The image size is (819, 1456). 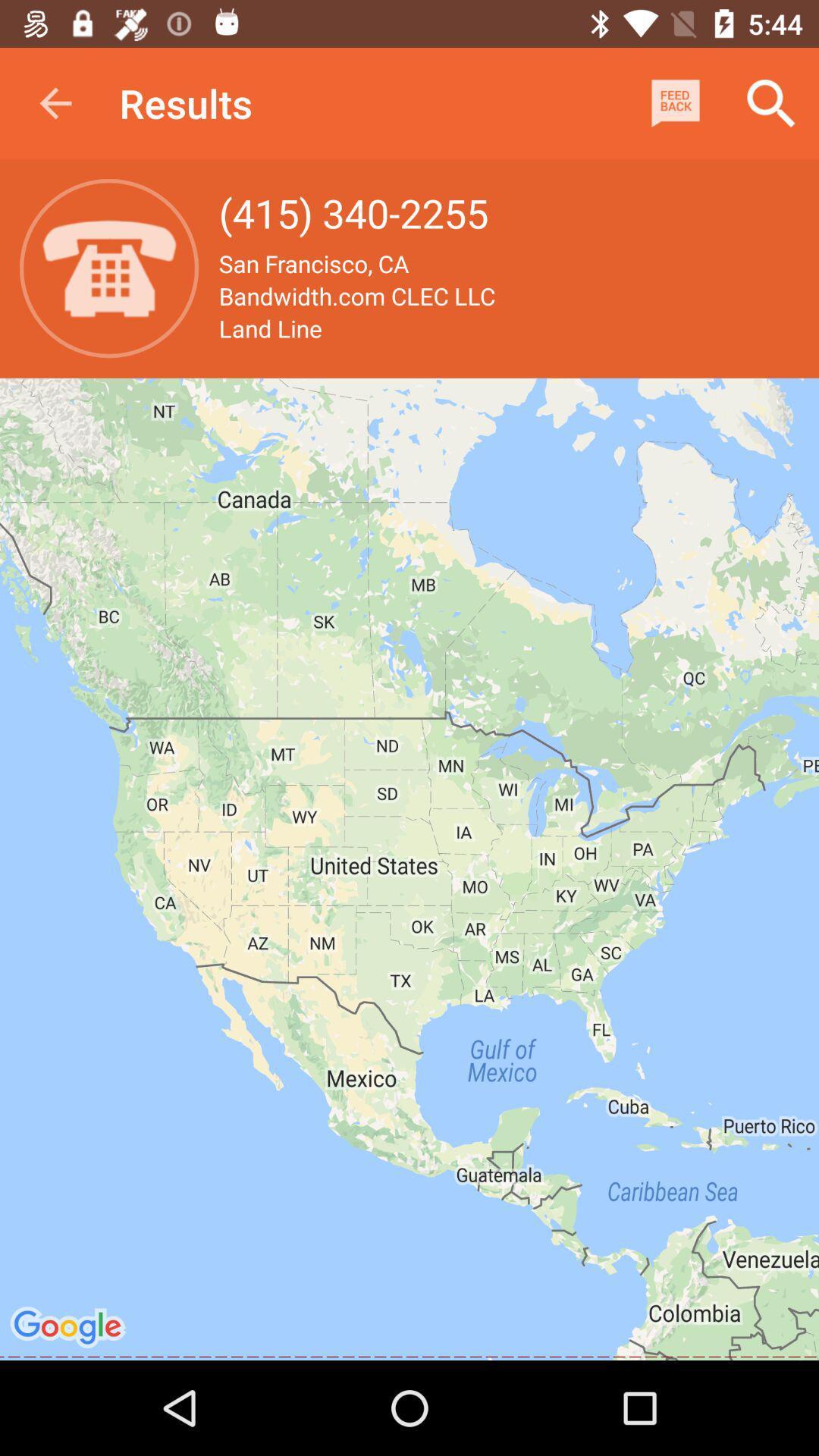 I want to click on app above bandwidth com clec item, so click(x=675, y=102).